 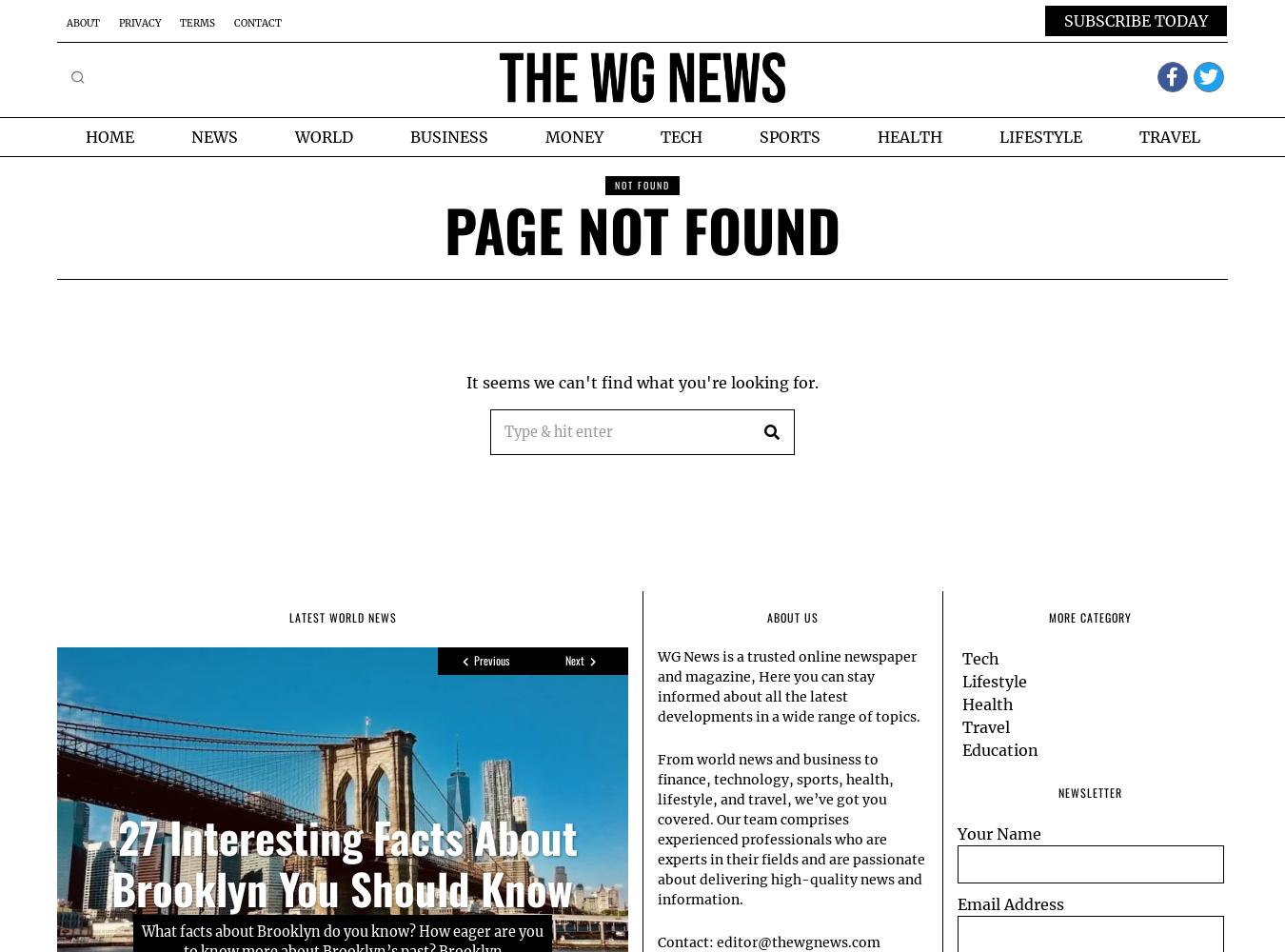 What do you see at coordinates (293, 136) in the screenshot?
I see `'World'` at bounding box center [293, 136].